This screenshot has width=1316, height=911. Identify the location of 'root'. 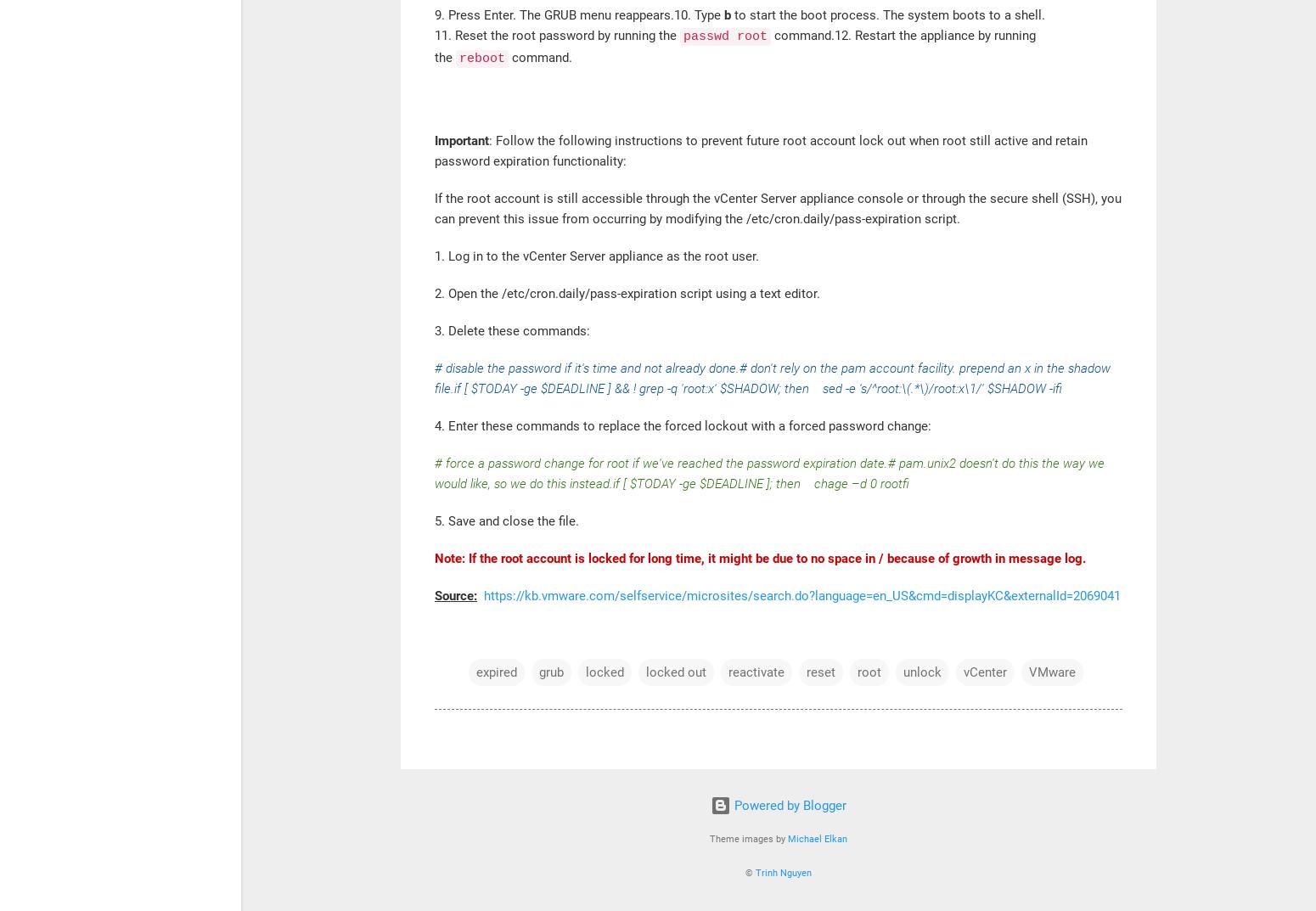
(869, 672).